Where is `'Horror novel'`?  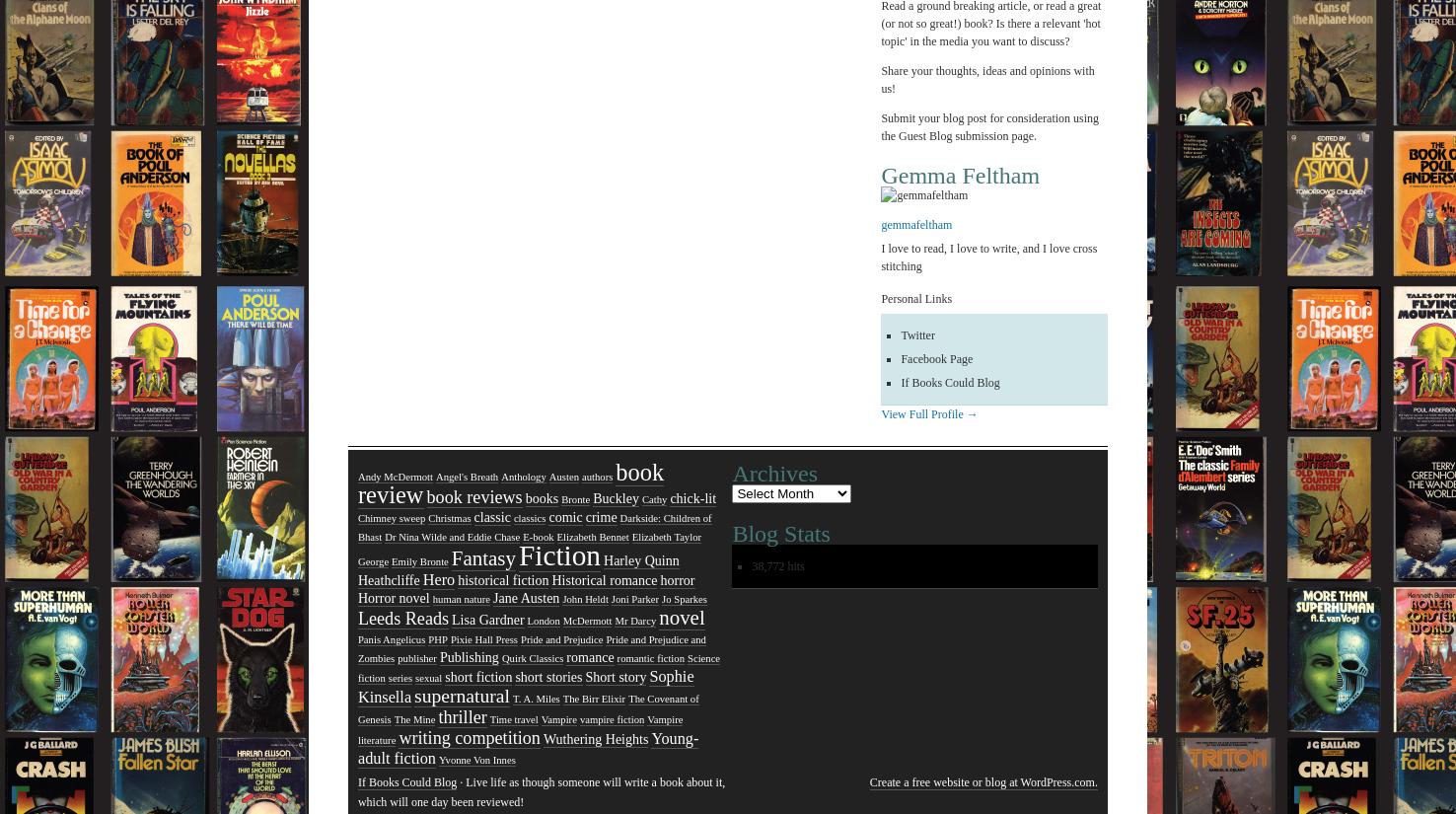
'Horror novel' is located at coordinates (393, 598).